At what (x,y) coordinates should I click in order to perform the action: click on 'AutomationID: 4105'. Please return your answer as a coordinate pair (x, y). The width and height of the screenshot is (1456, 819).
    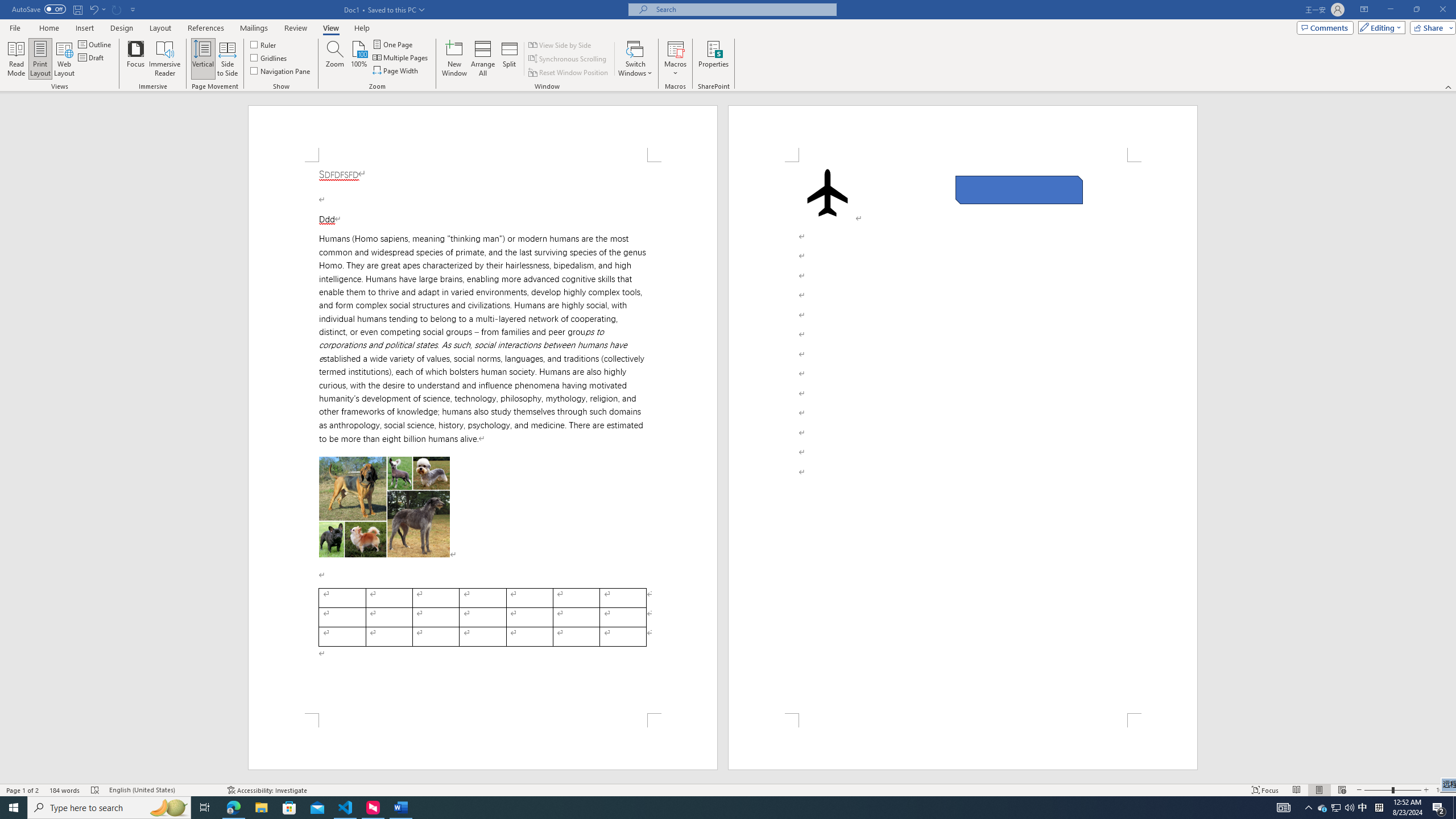
    Looking at the image, I should click on (1283, 806).